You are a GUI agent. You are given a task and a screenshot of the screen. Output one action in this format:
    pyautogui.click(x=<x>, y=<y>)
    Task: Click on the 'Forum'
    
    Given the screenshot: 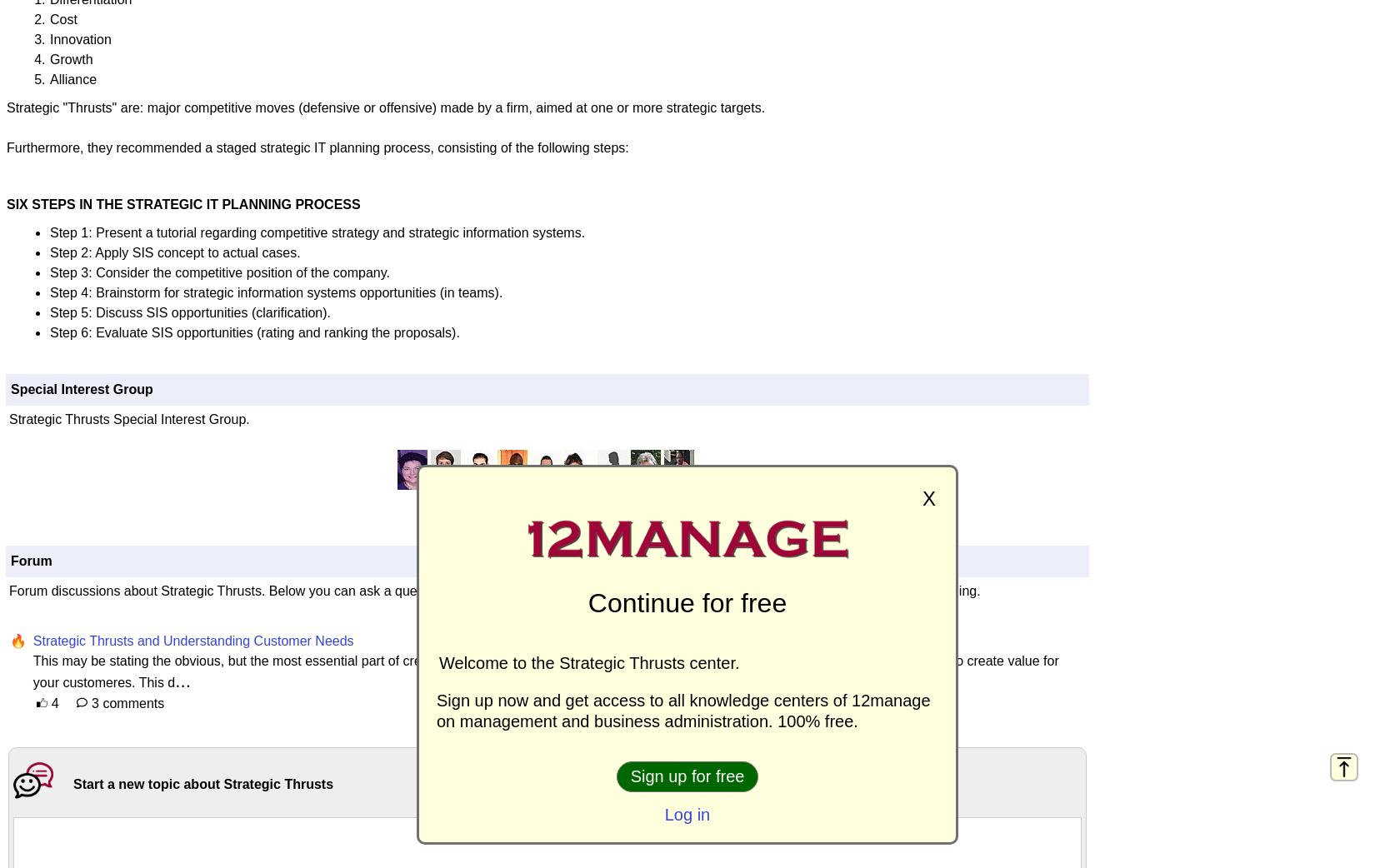 What is the action you would take?
    pyautogui.click(x=31, y=560)
    